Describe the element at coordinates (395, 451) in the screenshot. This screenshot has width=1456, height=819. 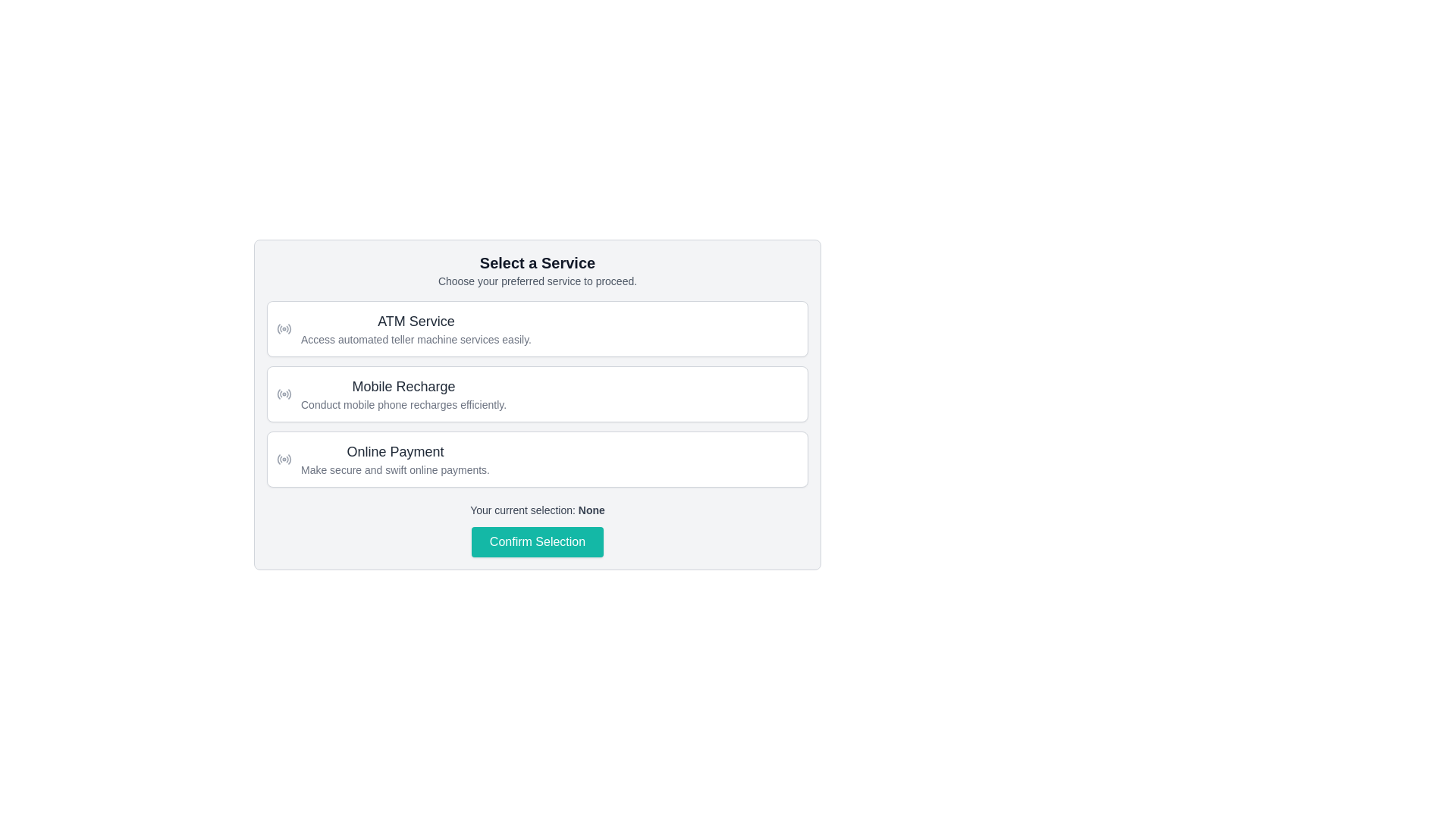
I see `the text label that serves as the title for the 'Online Payment' service option, which is centrally aligned in the card-style section of the interface` at that location.